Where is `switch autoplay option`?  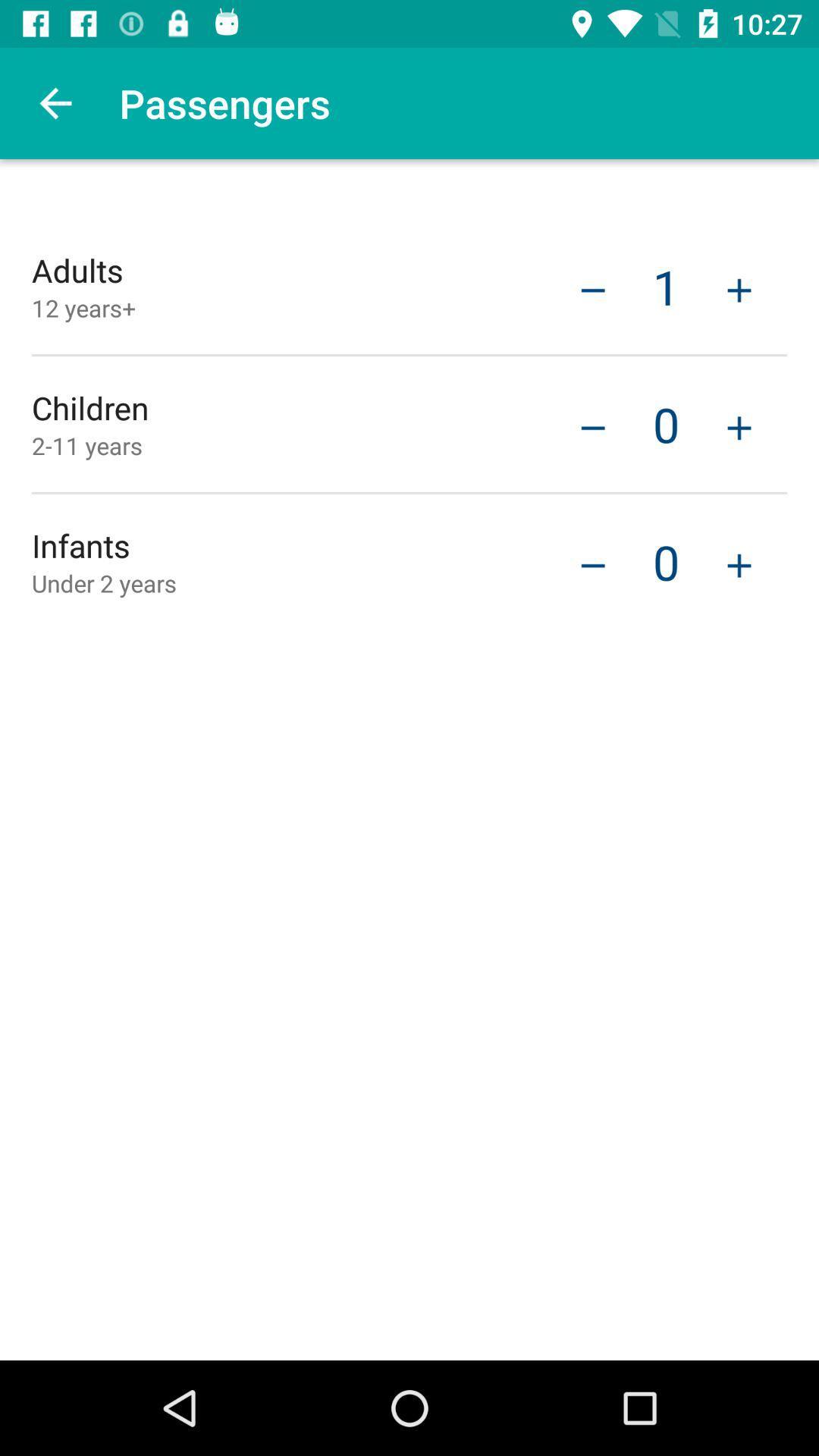
switch autoplay option is located at coordinates (739, 288).